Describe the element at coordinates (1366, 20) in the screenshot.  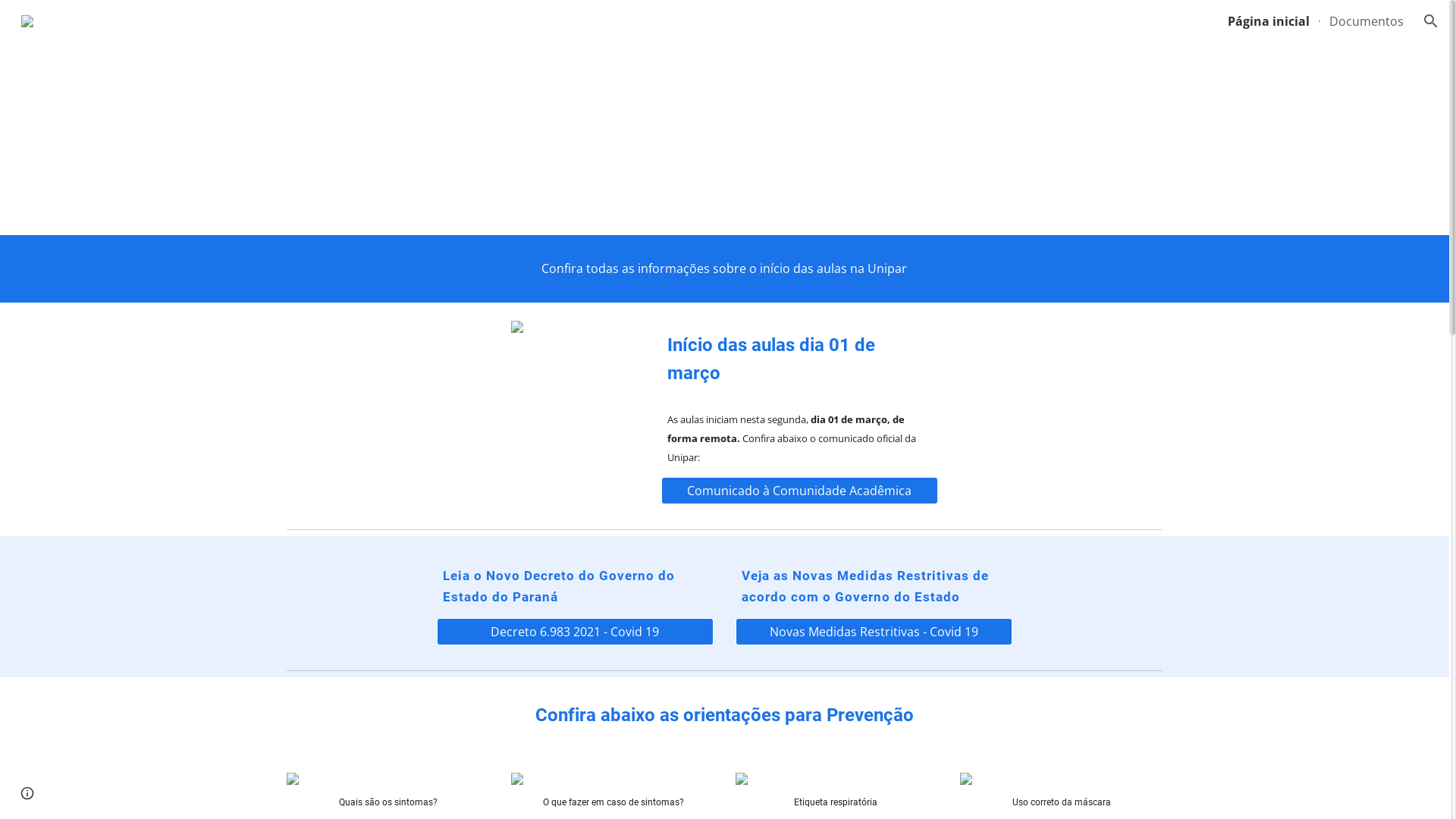
I see `'Documentos'` at that location.